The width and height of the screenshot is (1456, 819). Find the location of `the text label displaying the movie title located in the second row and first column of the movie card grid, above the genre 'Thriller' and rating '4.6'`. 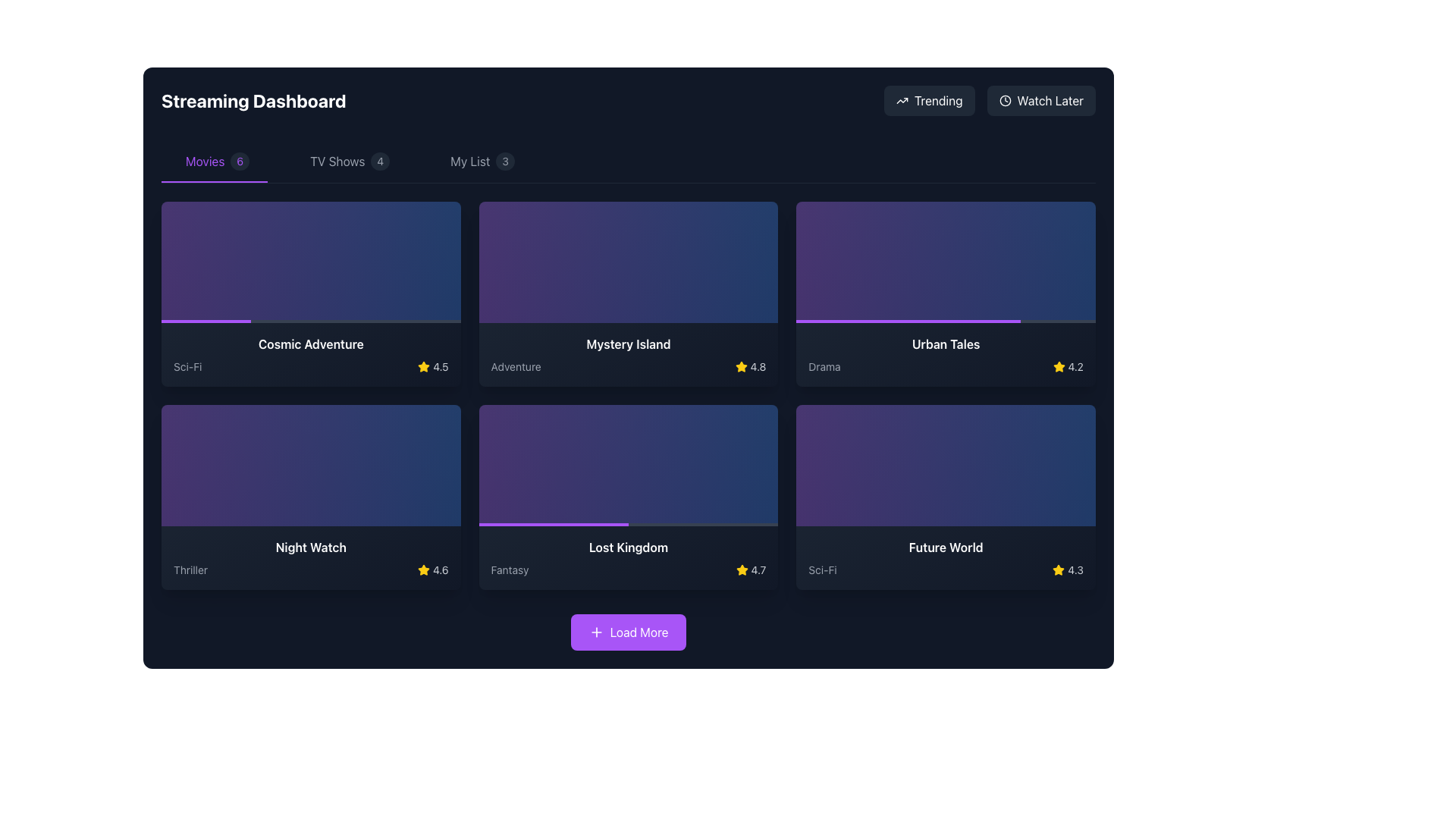

the text label displaying the movie title located in the second row and first column of the movie card grid, above the genre 'Thriller' and rating '4.6' is located at coordinates (310, 547).